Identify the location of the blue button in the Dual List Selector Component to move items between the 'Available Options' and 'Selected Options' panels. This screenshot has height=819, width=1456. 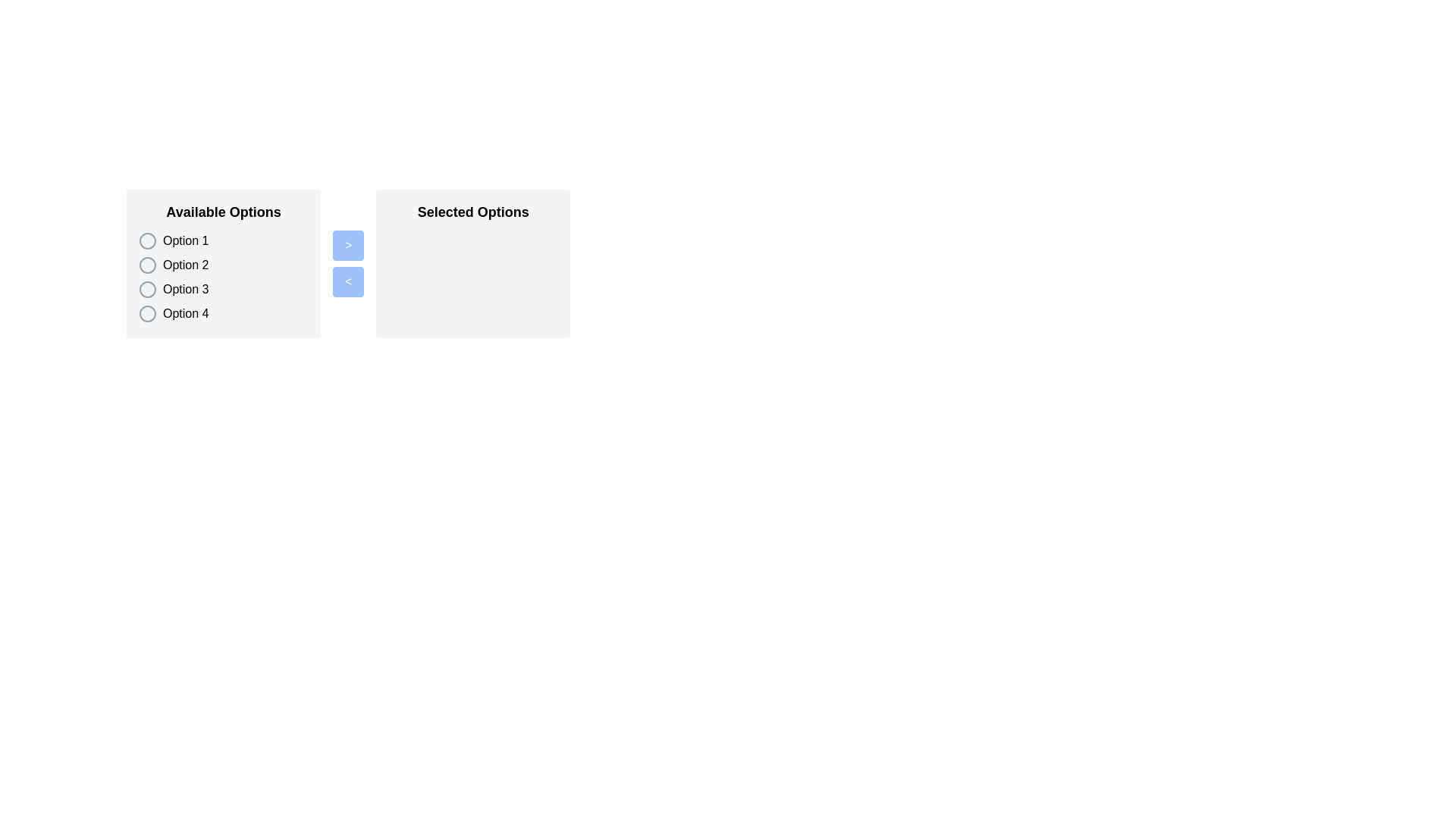
(374, 262).